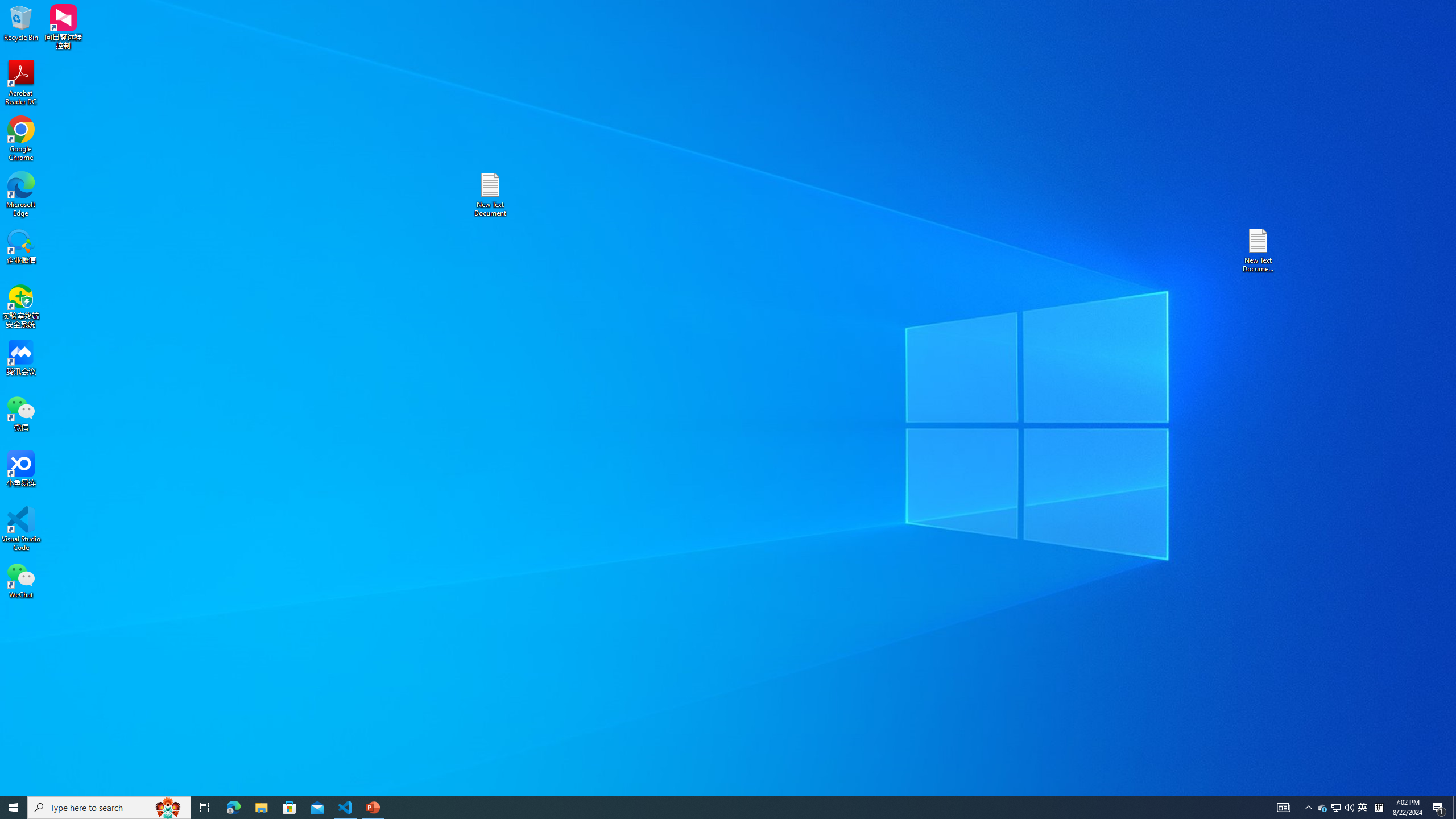 Image resolution: width=1456 pixels, height=819 pixels. Describe the element at coordinates (20, 22) in the screenshot. I see `'Recycle Bin'` at that location.